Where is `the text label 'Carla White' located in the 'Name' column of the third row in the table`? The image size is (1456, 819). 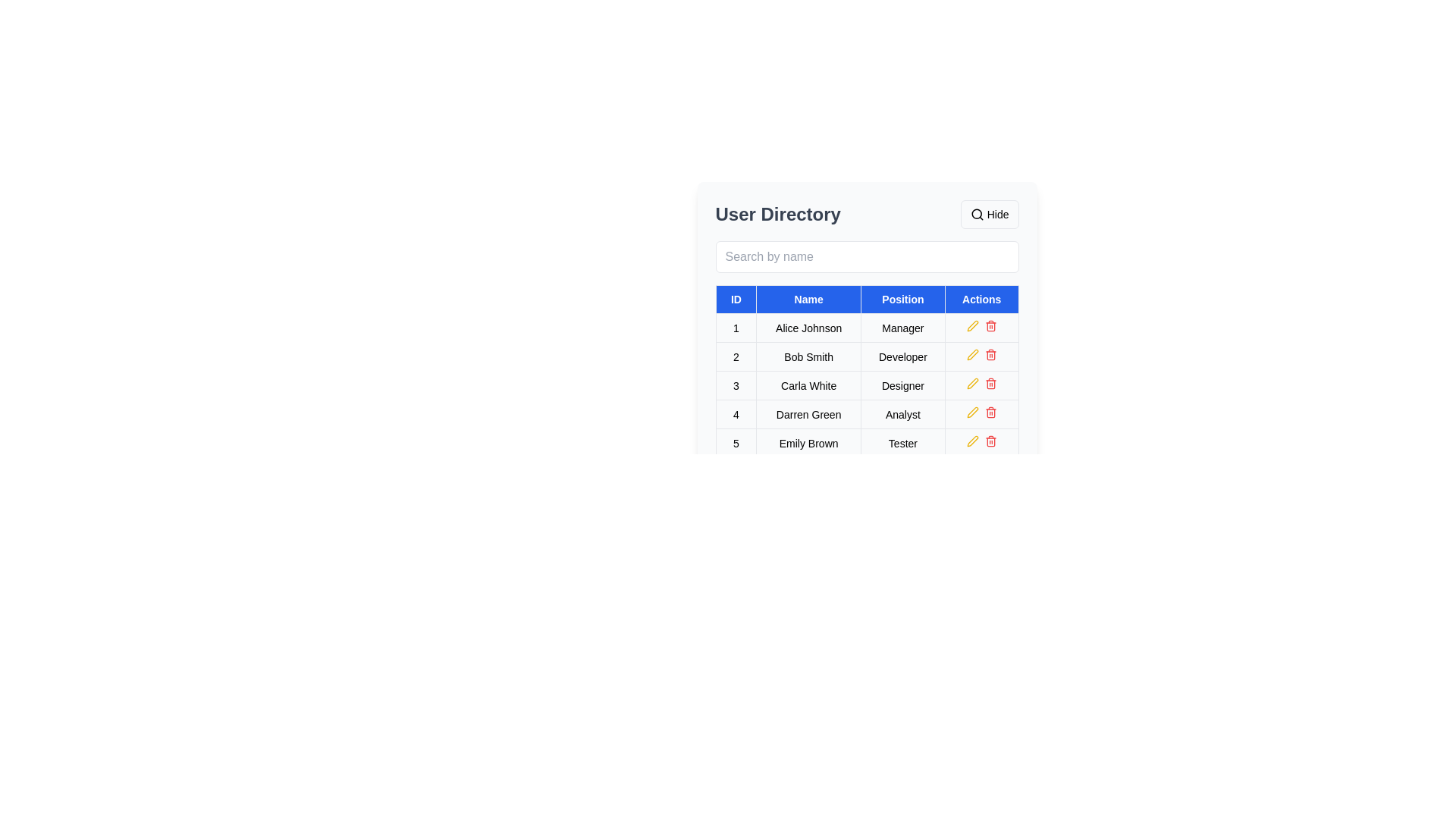
the text label 'Carla White' located in the 'Name' column of the third row in the table is located at coordinates (808, 384).